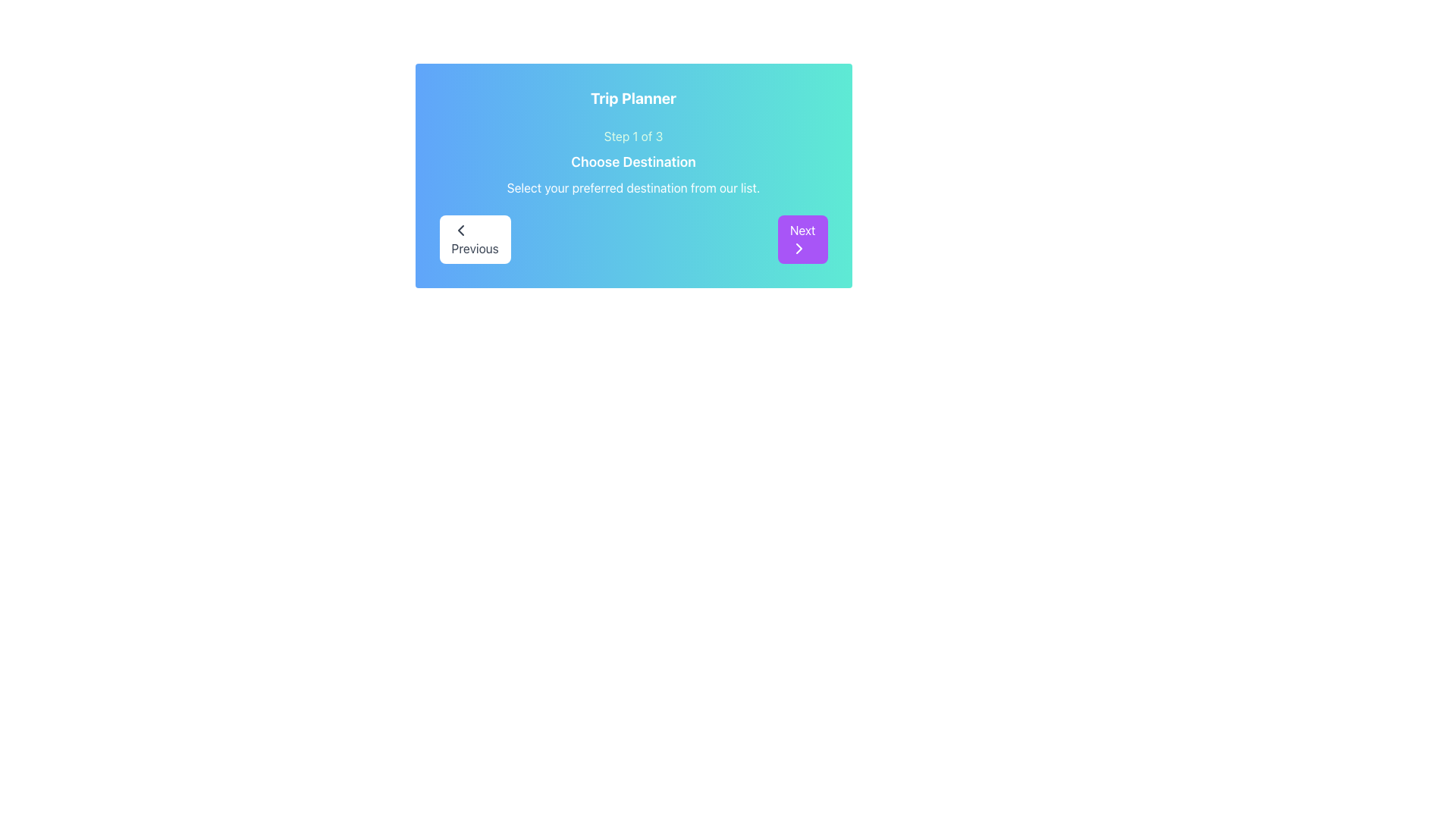  What do you see at coordinates (460, 231) in the screenshot?
I see `the 'Previous' button icon in the bottom-left area of the 'Trip Planner' interface` at bounding box center [460, 231].